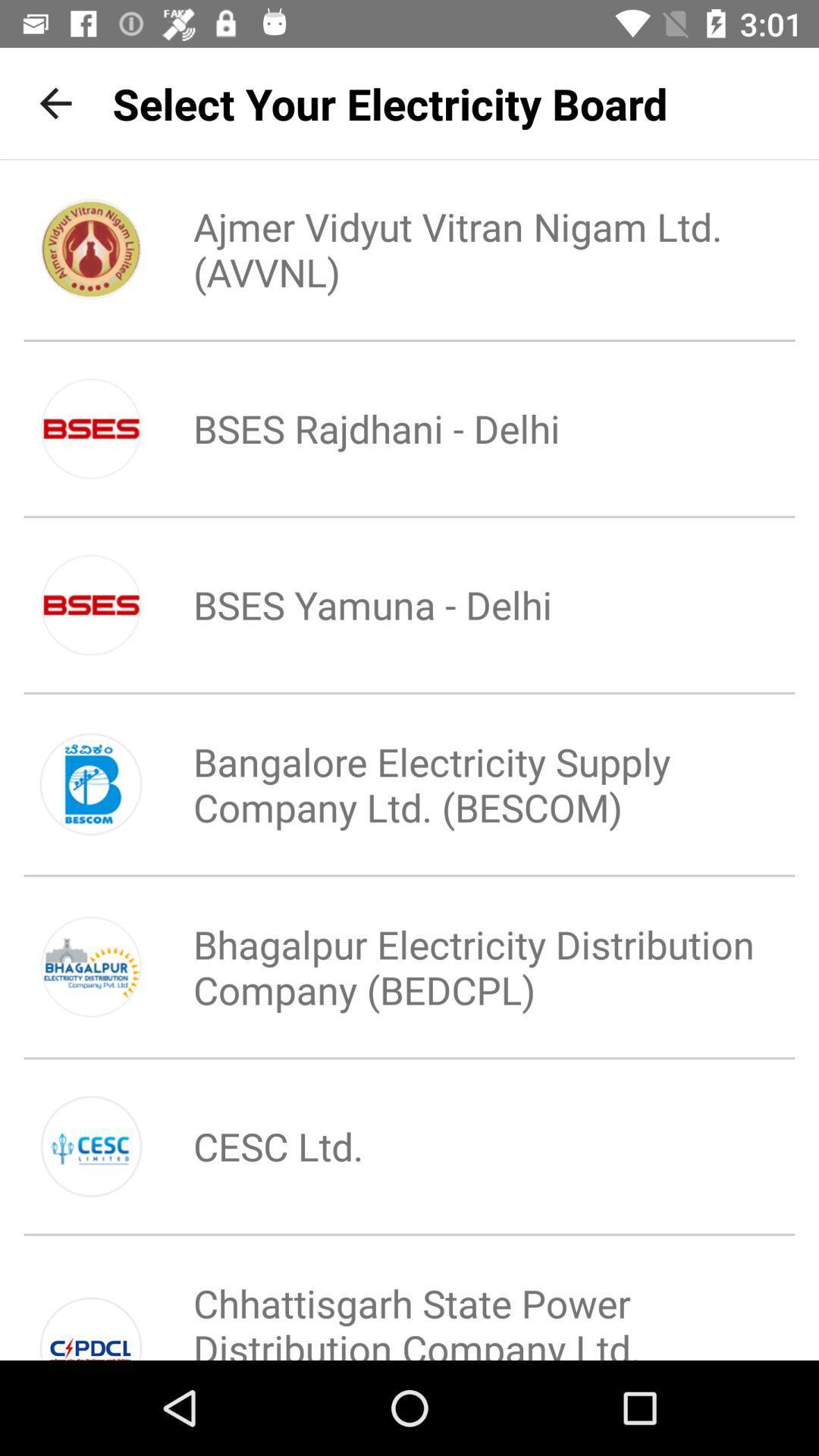  I want to click on the item above ajmer vidyut vitran, so click(389, 102).